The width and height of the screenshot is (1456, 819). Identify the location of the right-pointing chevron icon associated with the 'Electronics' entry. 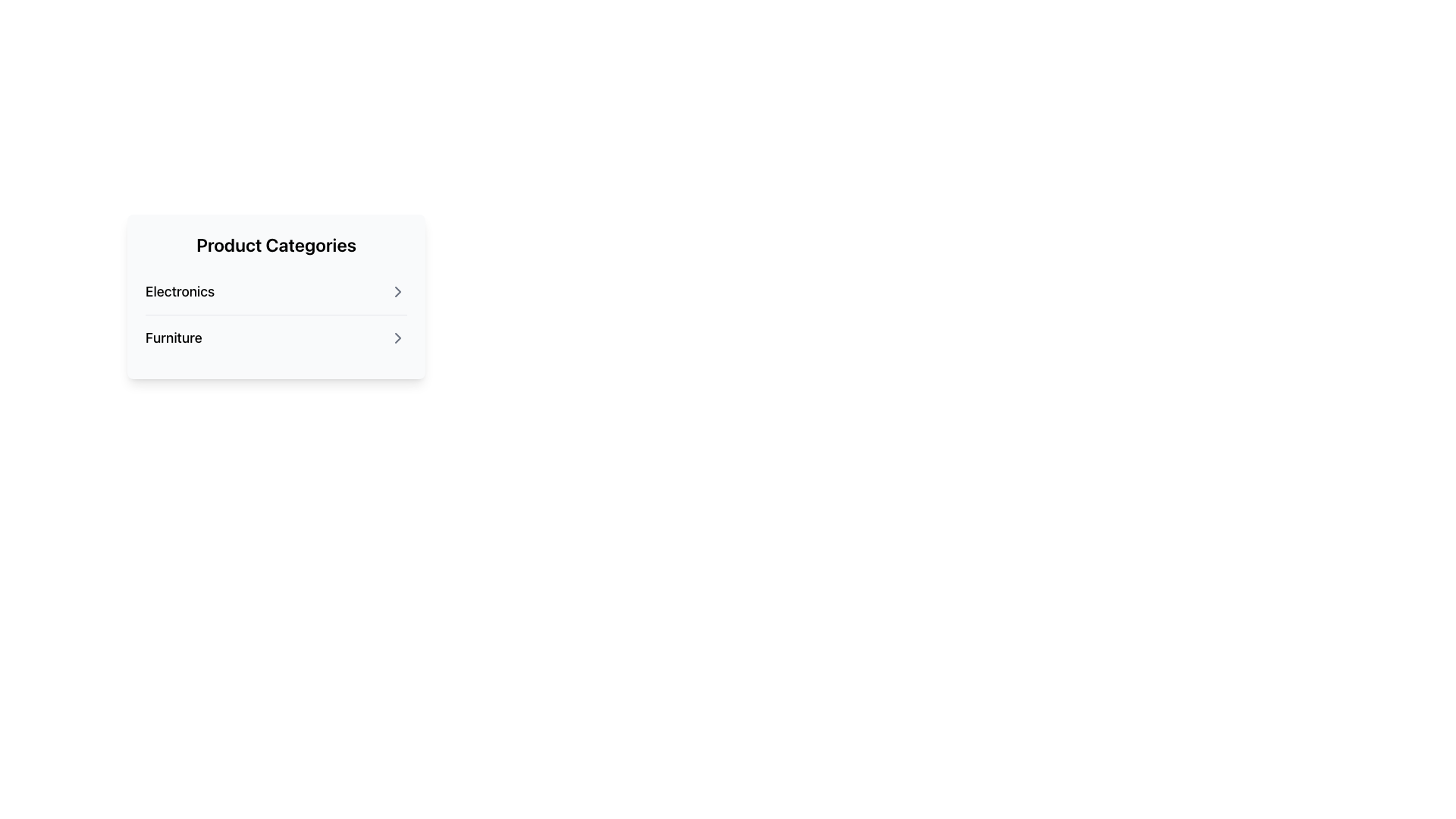
(397, 292).